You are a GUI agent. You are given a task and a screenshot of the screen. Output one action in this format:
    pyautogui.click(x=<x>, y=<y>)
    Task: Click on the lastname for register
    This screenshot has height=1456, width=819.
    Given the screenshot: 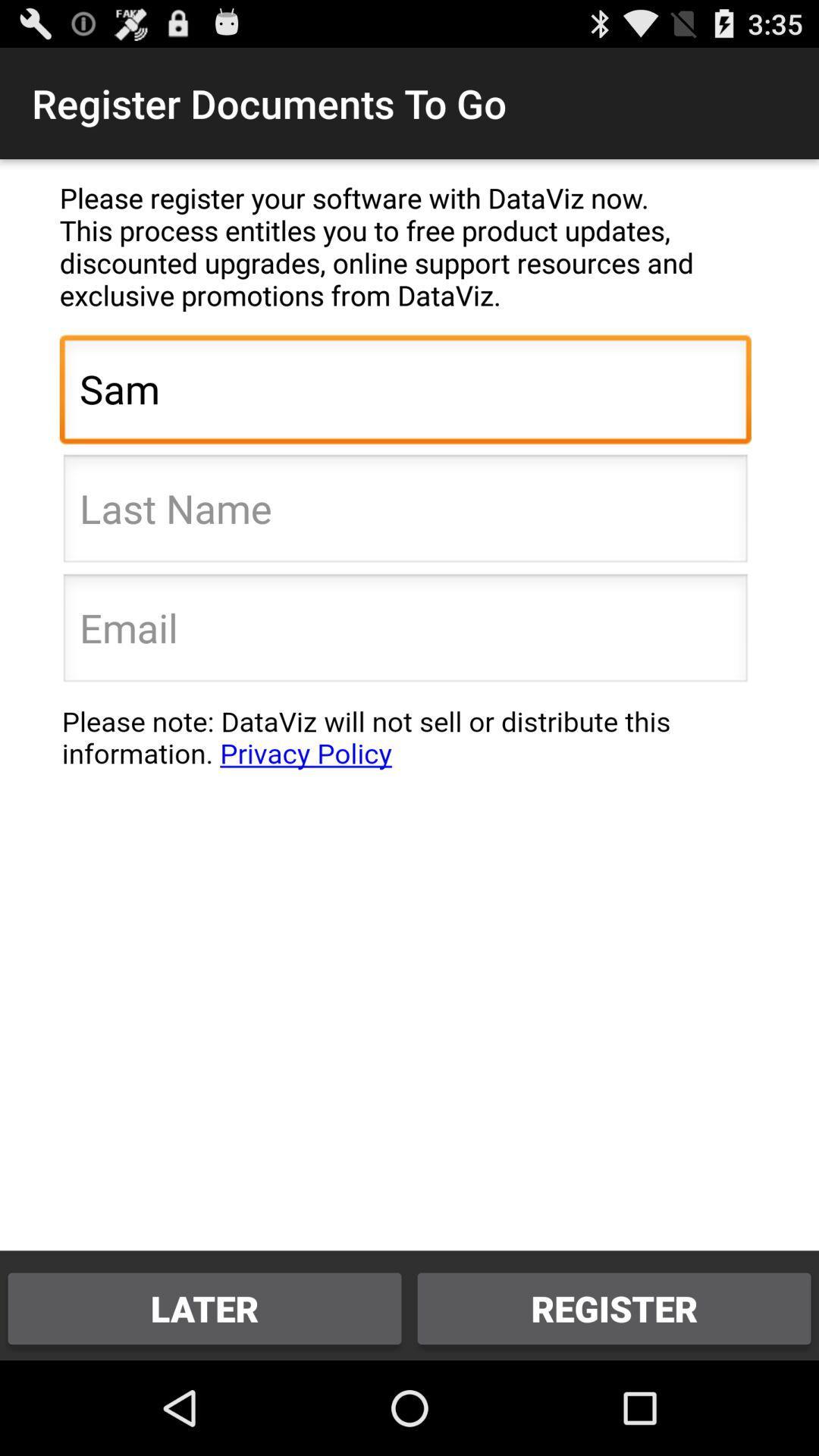 What is the action you would take?
    pyautogui.click(x=404, y=513)
    